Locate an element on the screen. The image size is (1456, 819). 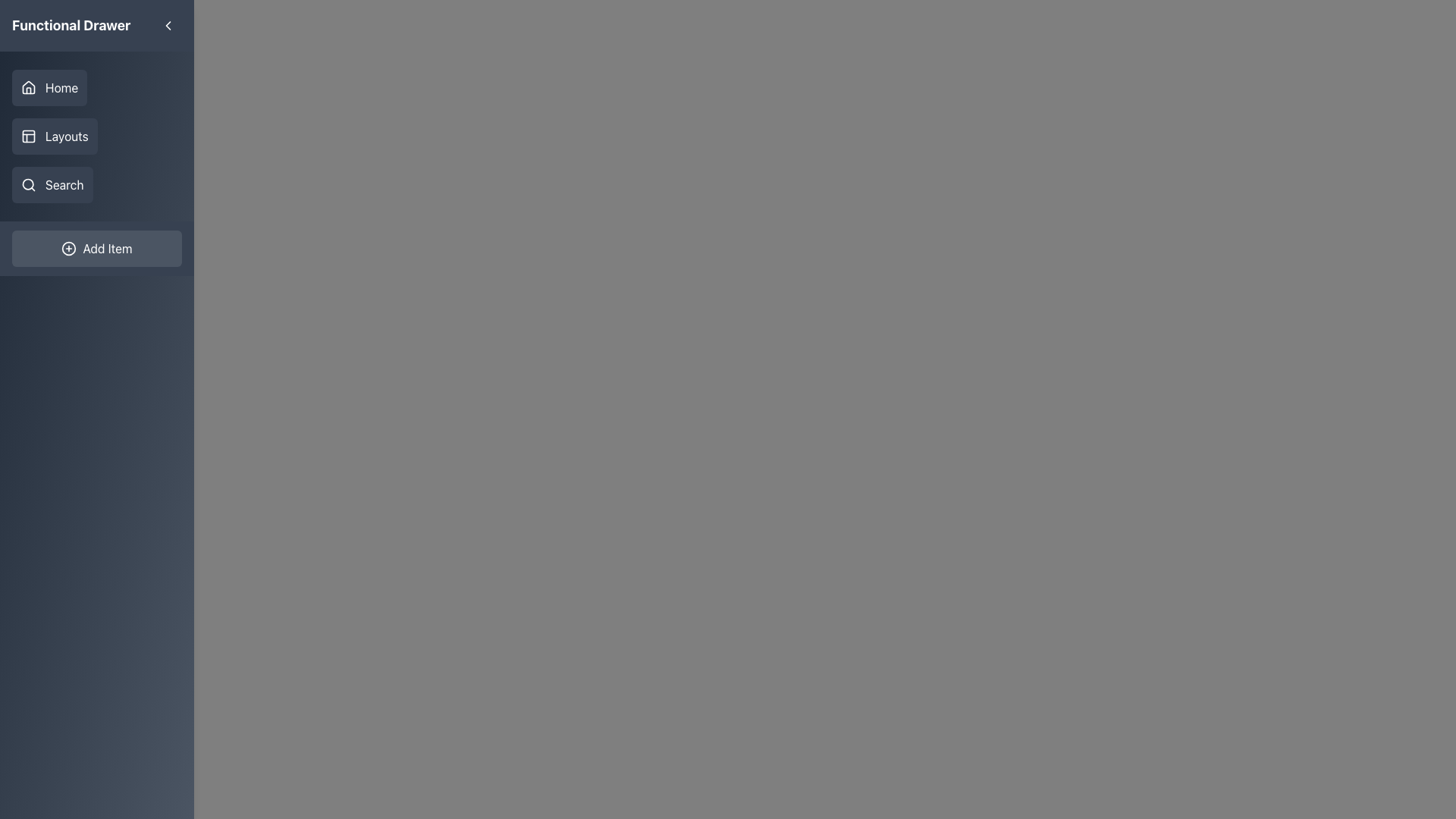
the left-chevron arrow icon located at the top-left corner of the sidebar interface is located at coordinates (168, 26).